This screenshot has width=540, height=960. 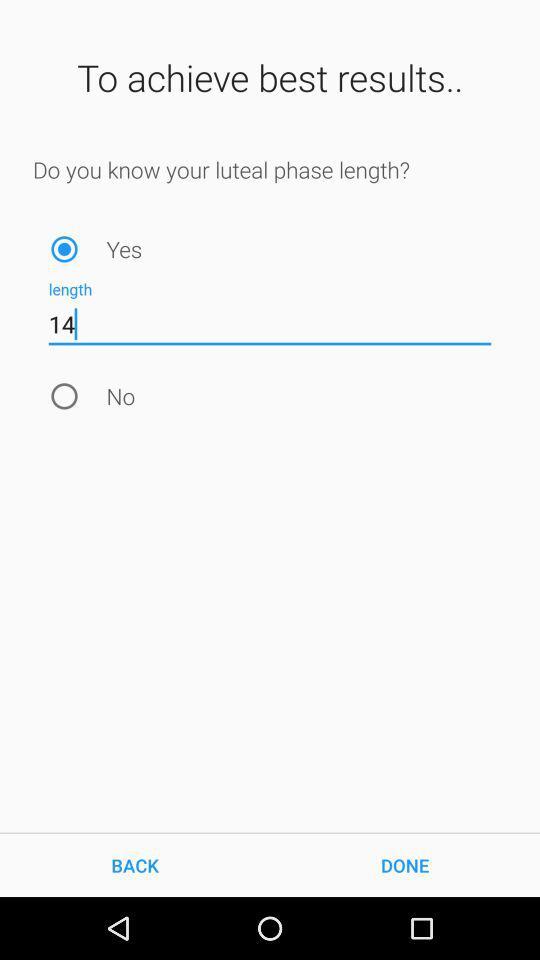 What do you see at coordinates (135, 864) in the screenshot?
I see `the back at the bottom left corner` at bounding box center [135, 864].